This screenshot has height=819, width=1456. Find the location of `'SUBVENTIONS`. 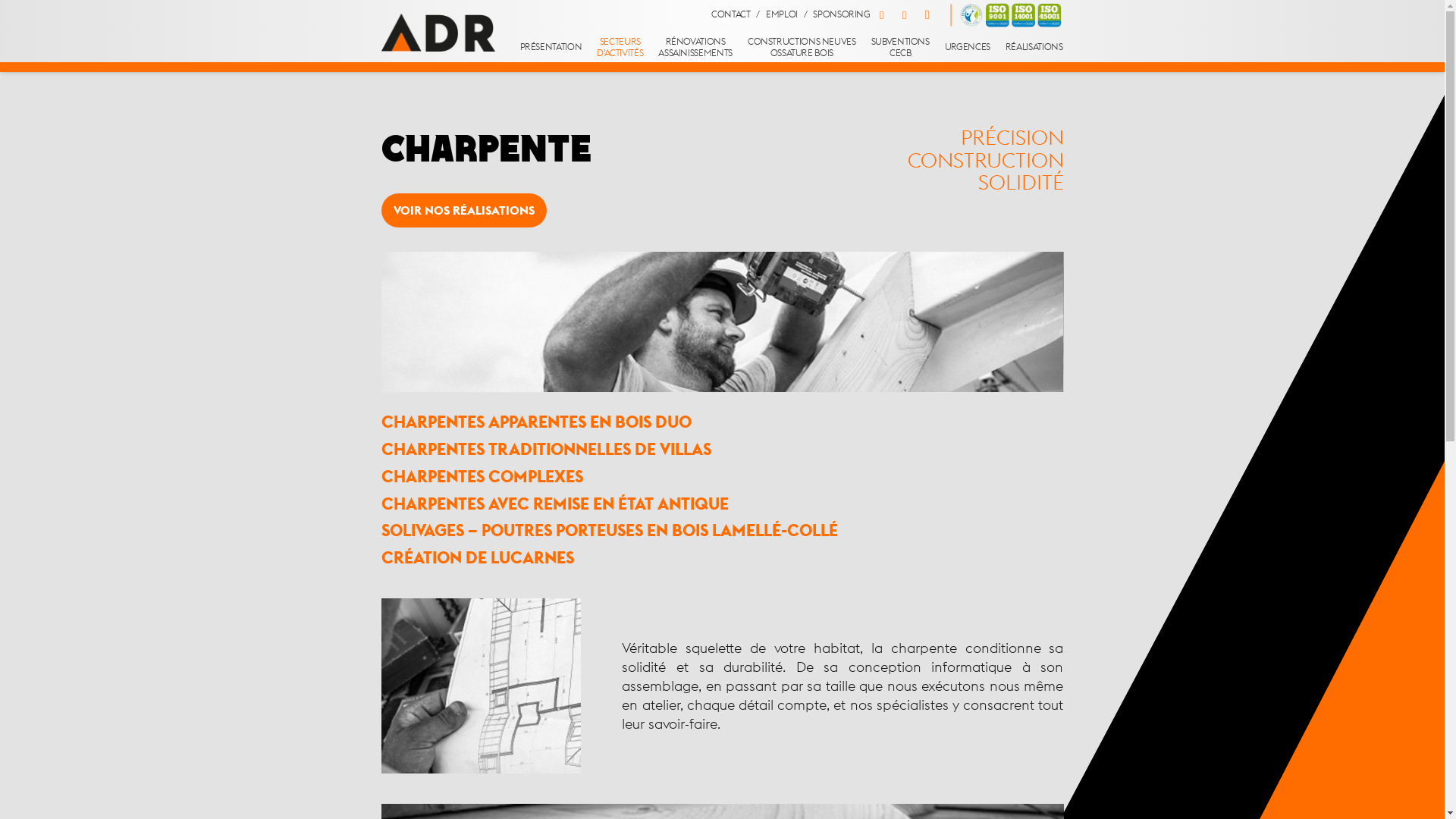

'SUBVENTIONS is located at coordinates (900, 46).